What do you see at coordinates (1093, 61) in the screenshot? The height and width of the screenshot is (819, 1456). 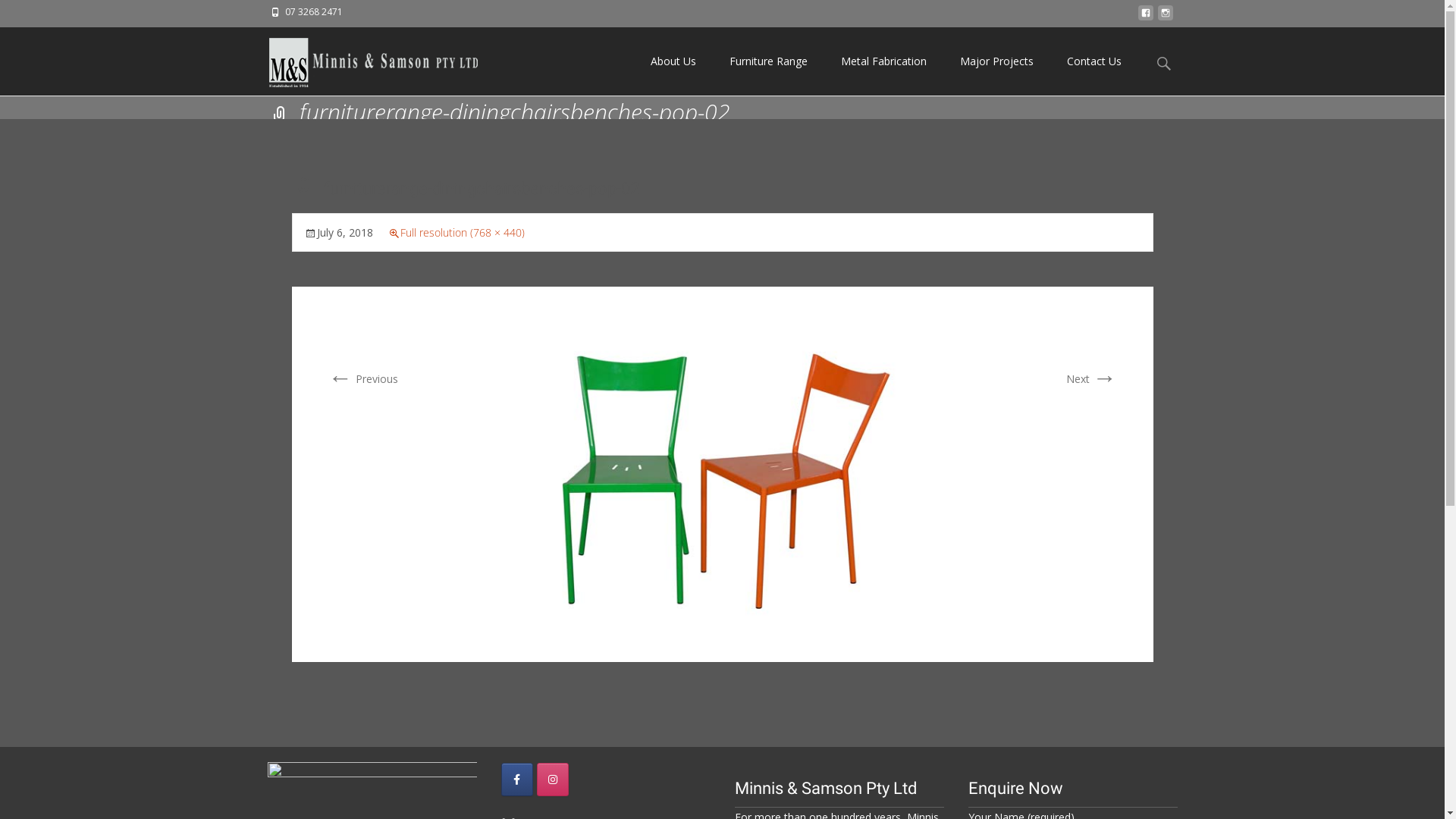 I see `'Contact Us'` at bounding box center [1093, 61].